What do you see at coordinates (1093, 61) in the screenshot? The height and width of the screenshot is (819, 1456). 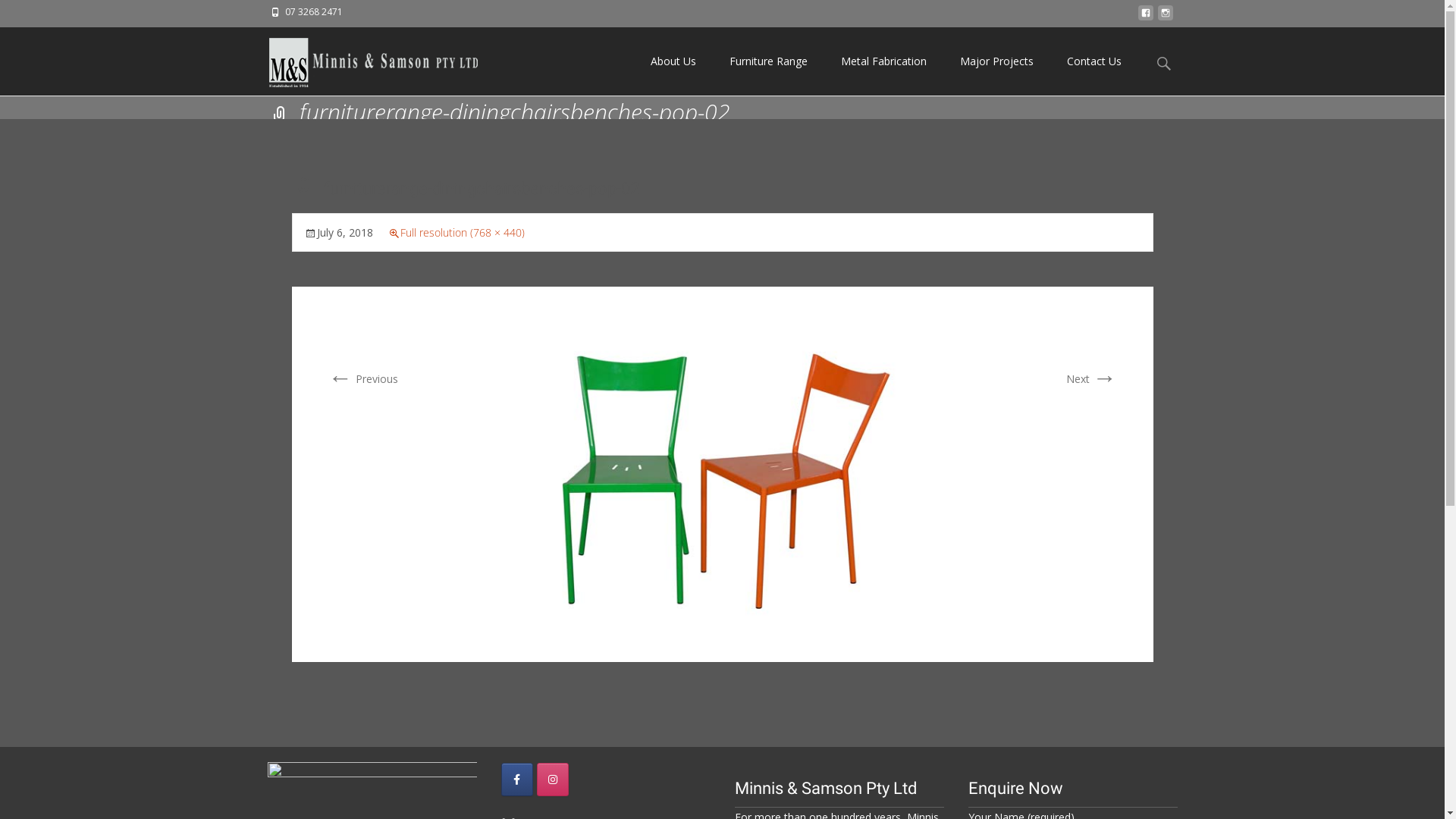 I see `'Contact Us'` at bounding box center [1093, 61].